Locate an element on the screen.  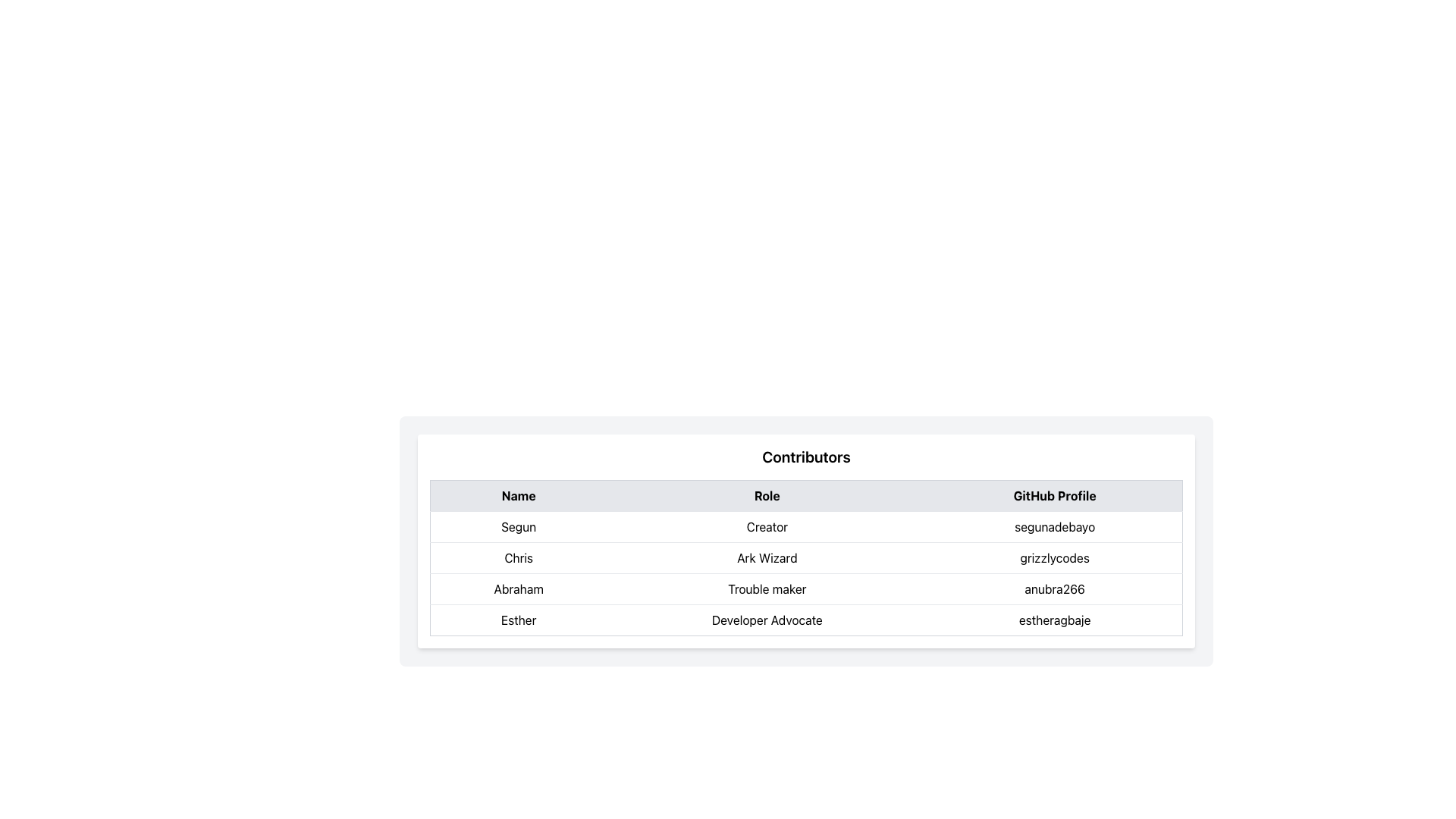
the static text header labeled 'Role', which is styled as a bold header in a light gray-shaded background, positioned between 'Name' and 'GitHub Profile' in the table layout is located at coordinates (767, 496).